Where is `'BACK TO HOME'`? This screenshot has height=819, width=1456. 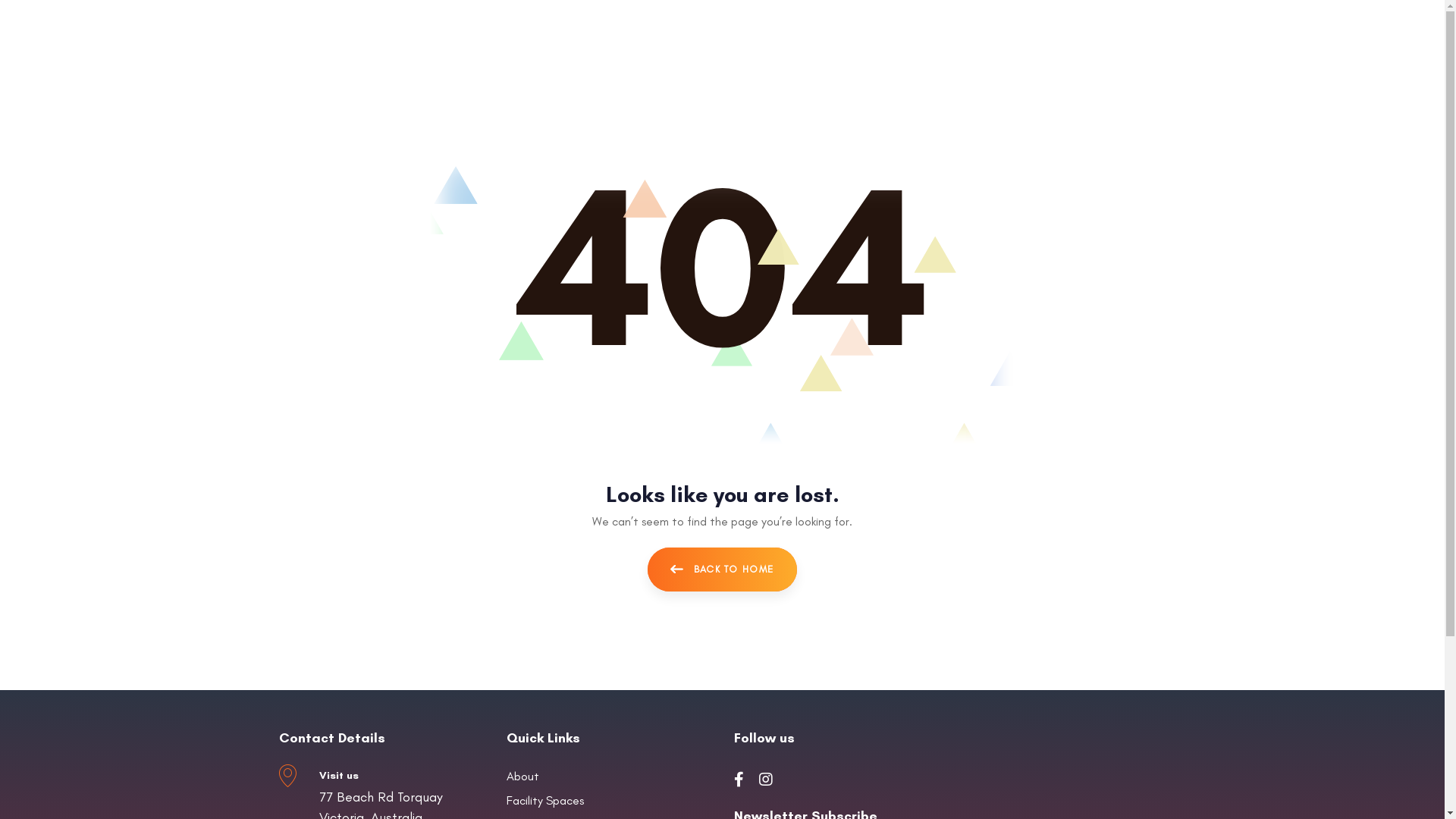
'BACK TO HOME' is located at coordinates (722, 570).